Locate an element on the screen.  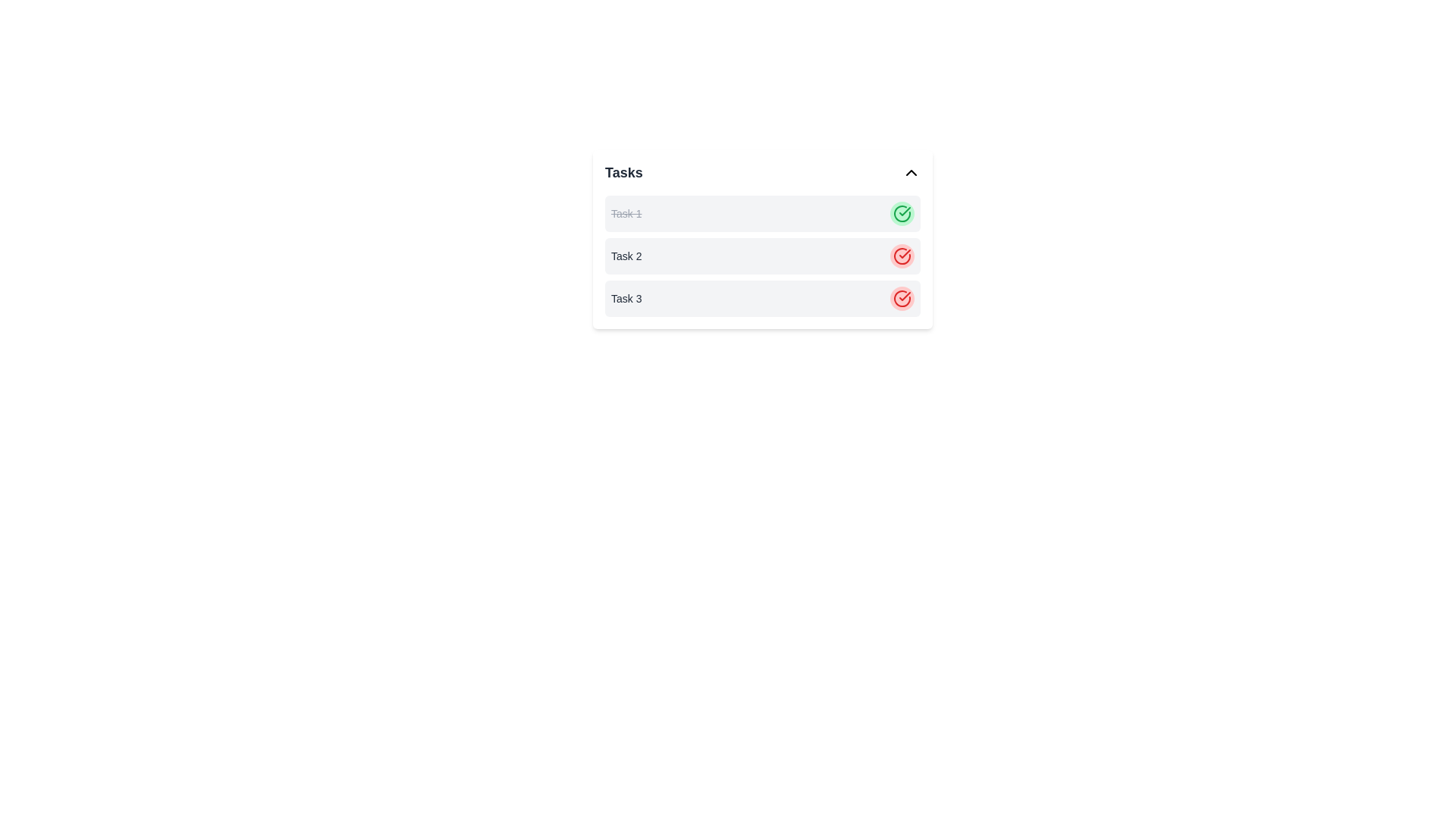
the vector icon representing a check mark, which serves as an indicator of an unresolved or errored state for Task 3 is located at coordinates (905, 296).